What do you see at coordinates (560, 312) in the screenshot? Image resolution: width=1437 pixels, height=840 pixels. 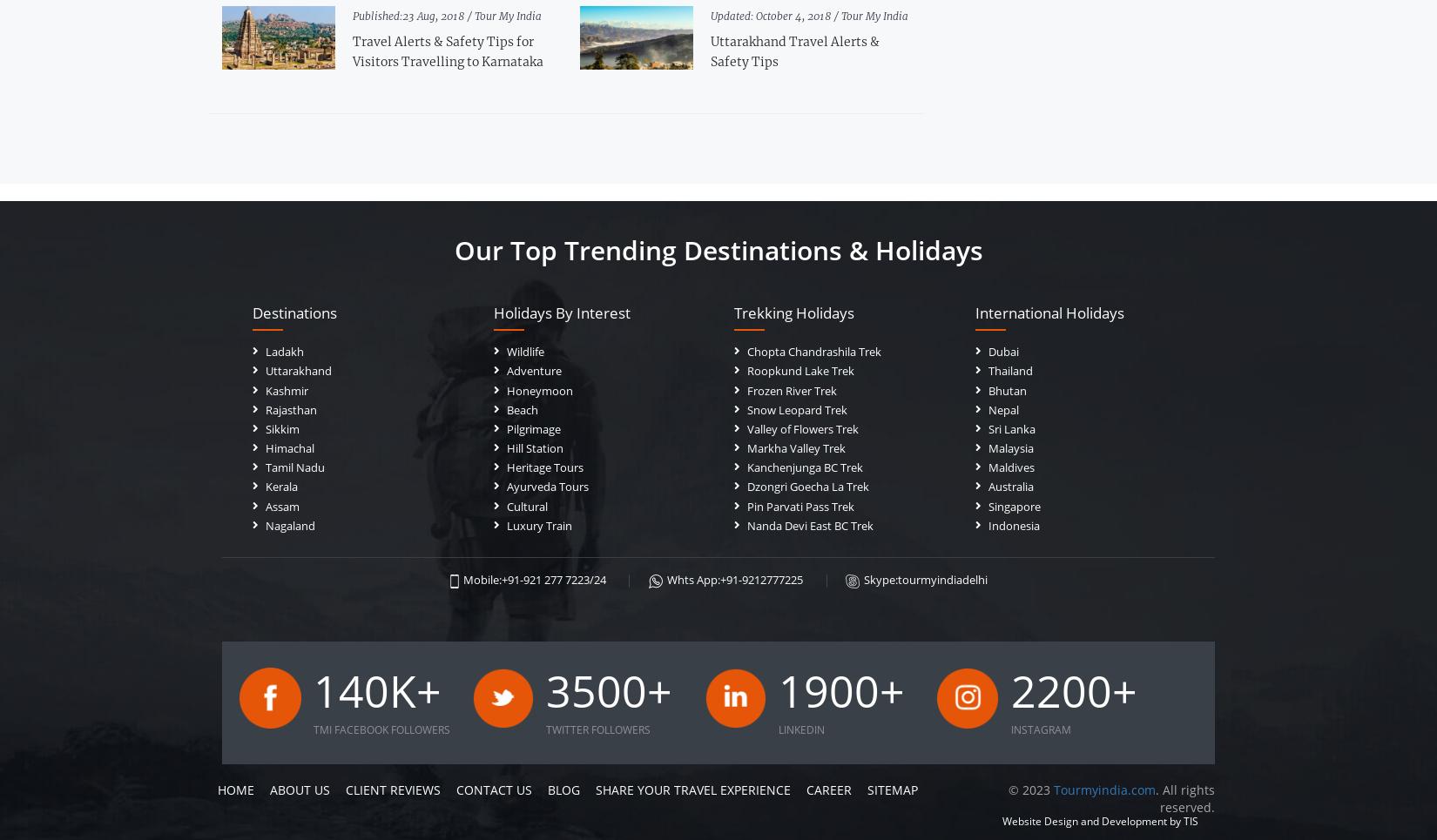 I see `'Holidays by Interest'` at bounding box center [560, 312].